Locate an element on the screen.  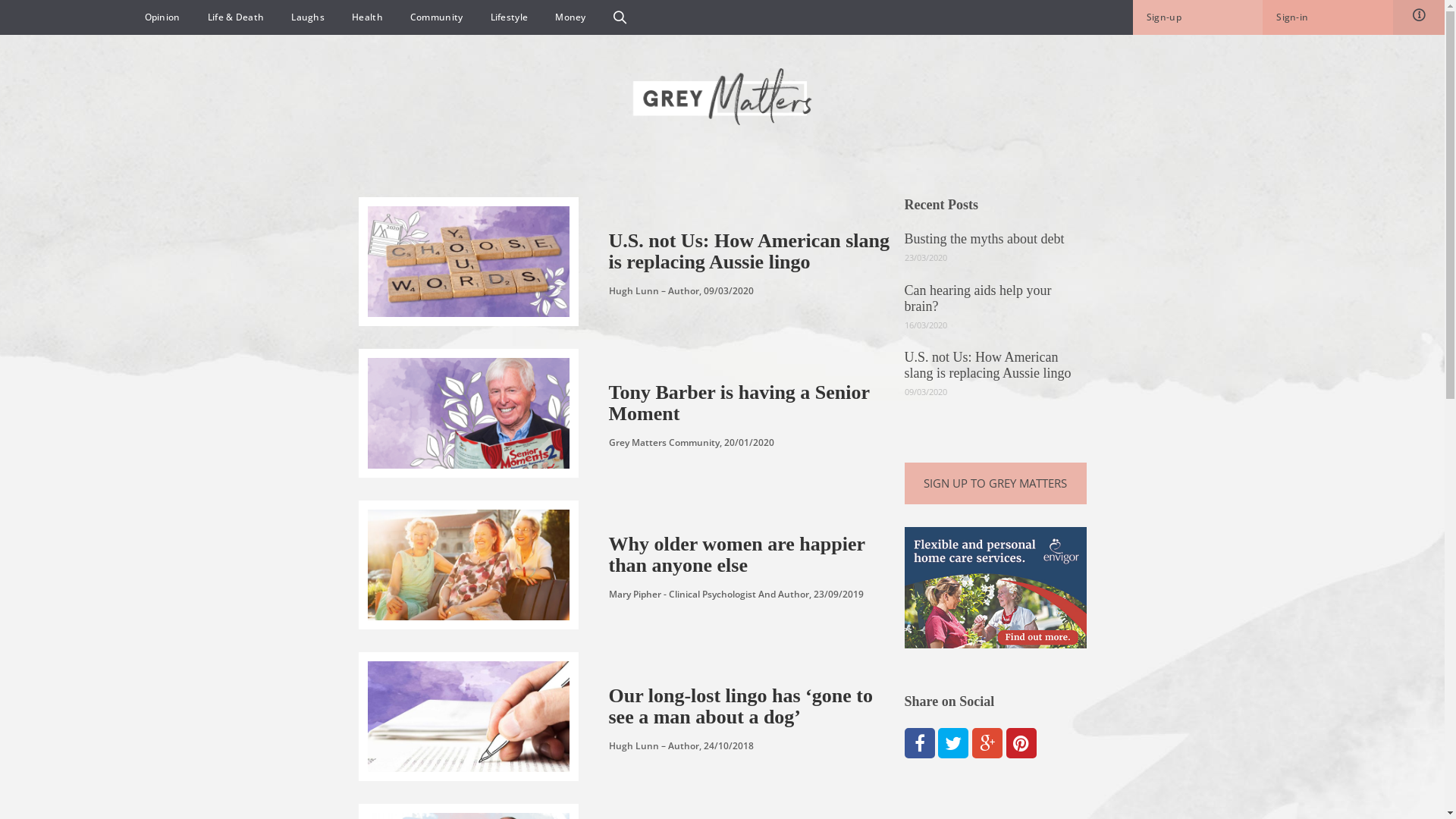
'Health' is located at coordinates (367, 17).